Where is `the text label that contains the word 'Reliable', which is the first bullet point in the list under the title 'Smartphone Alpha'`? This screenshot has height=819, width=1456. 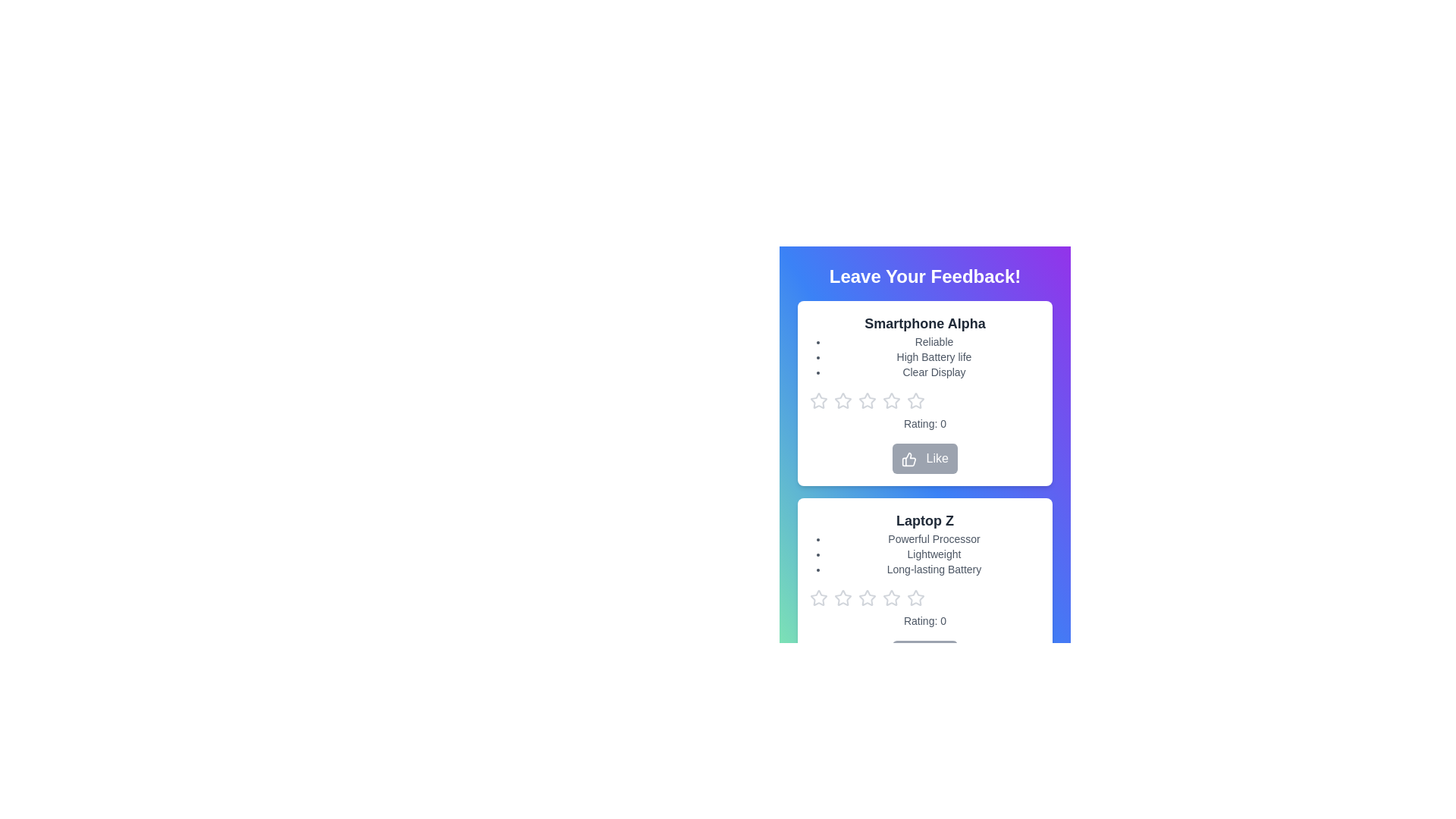
the text label that contains the word 'Reliable', which is the first bullet point in the list under the title 'Smartphone Alpha' is located at coordinates (934, 342).